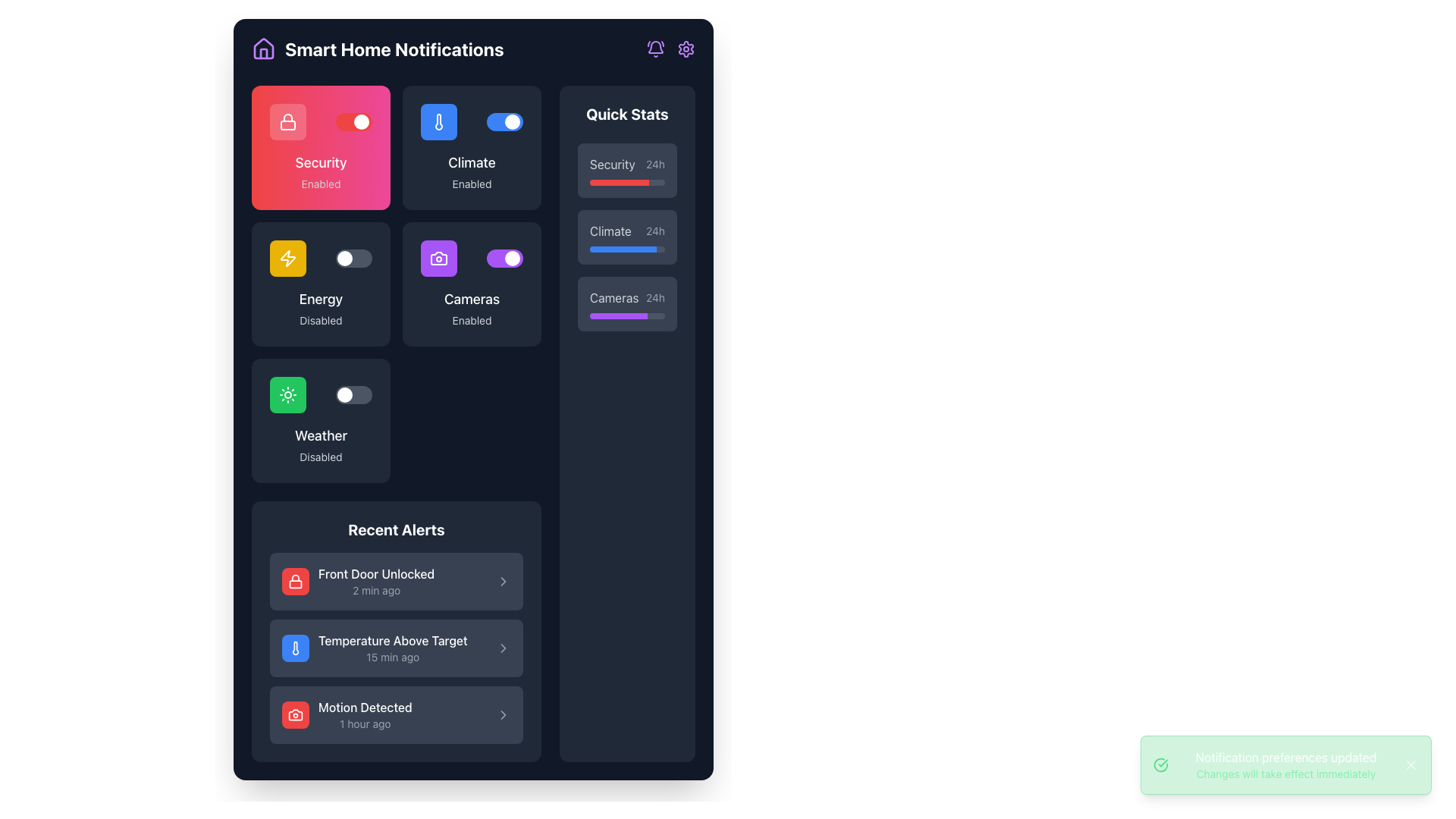  What do you see at coordinates (471, 299) in the screenshot?
I see `the 'Cameras' text label in the smart home notifications interface` at bounding box center [471, 299].